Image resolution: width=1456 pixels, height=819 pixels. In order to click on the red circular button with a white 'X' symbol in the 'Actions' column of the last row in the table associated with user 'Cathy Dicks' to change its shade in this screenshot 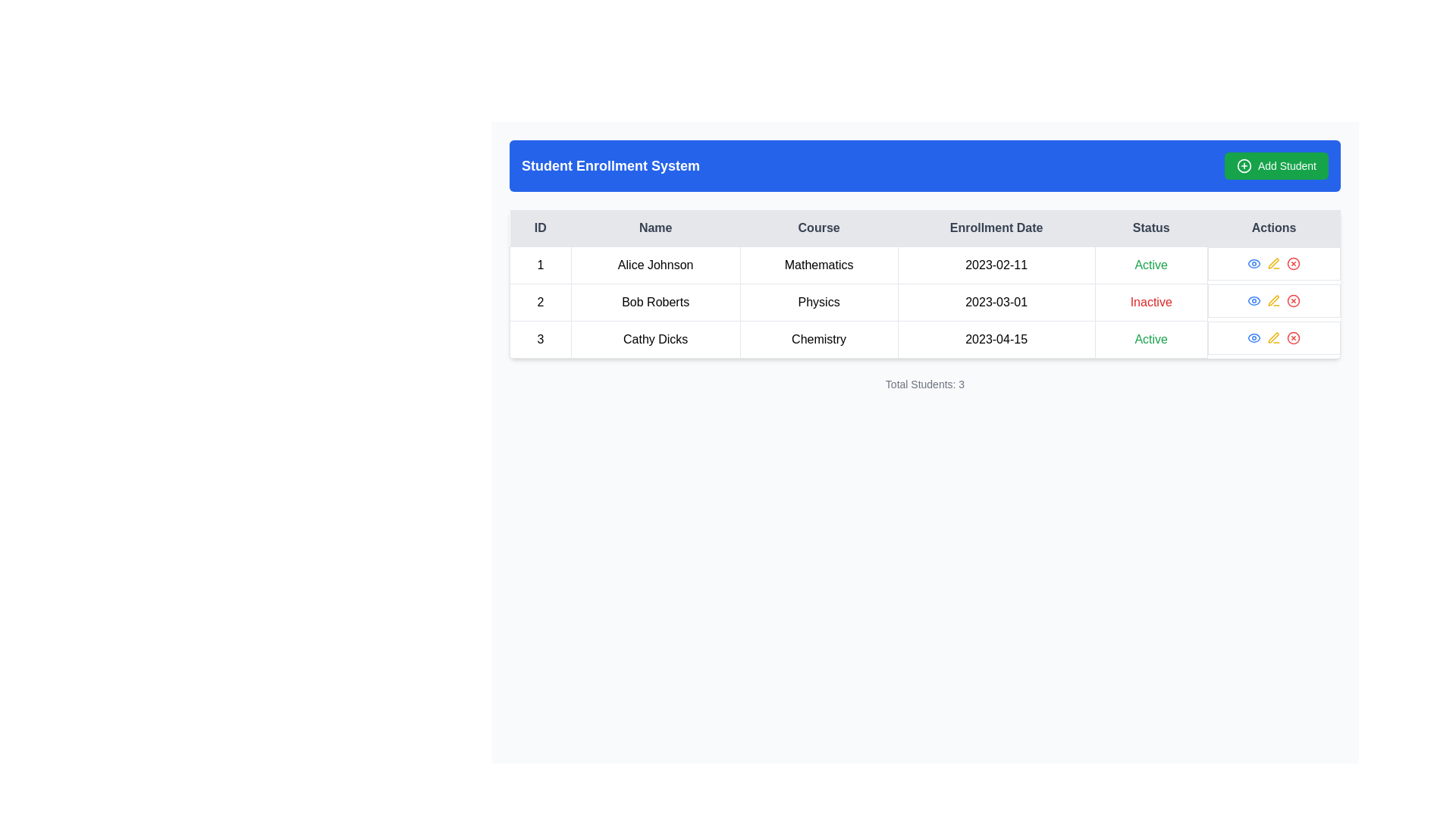, I will do `click(1293, 337)`.